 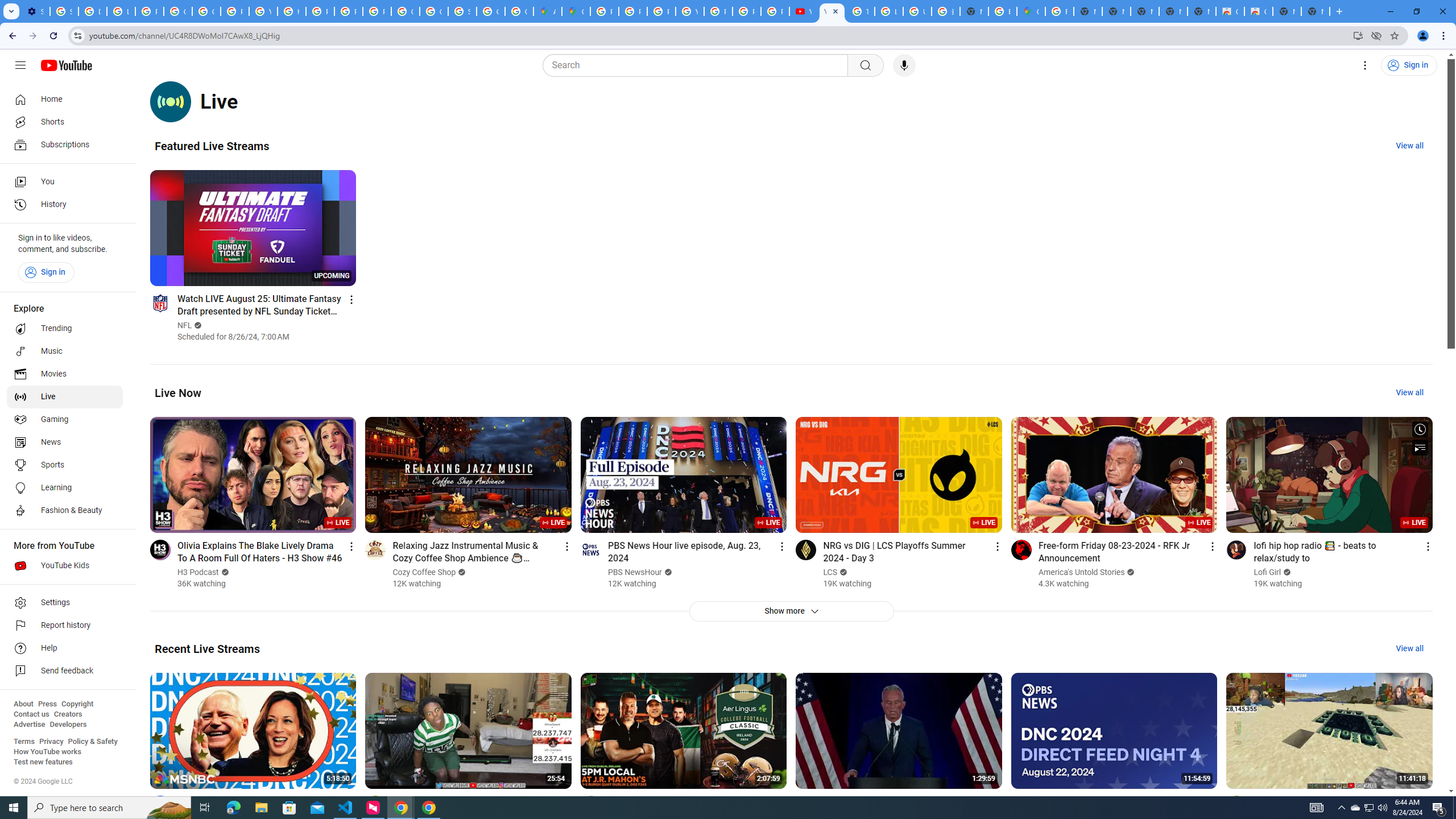 I want to click on 'Trending', so click(x=64, y=329).